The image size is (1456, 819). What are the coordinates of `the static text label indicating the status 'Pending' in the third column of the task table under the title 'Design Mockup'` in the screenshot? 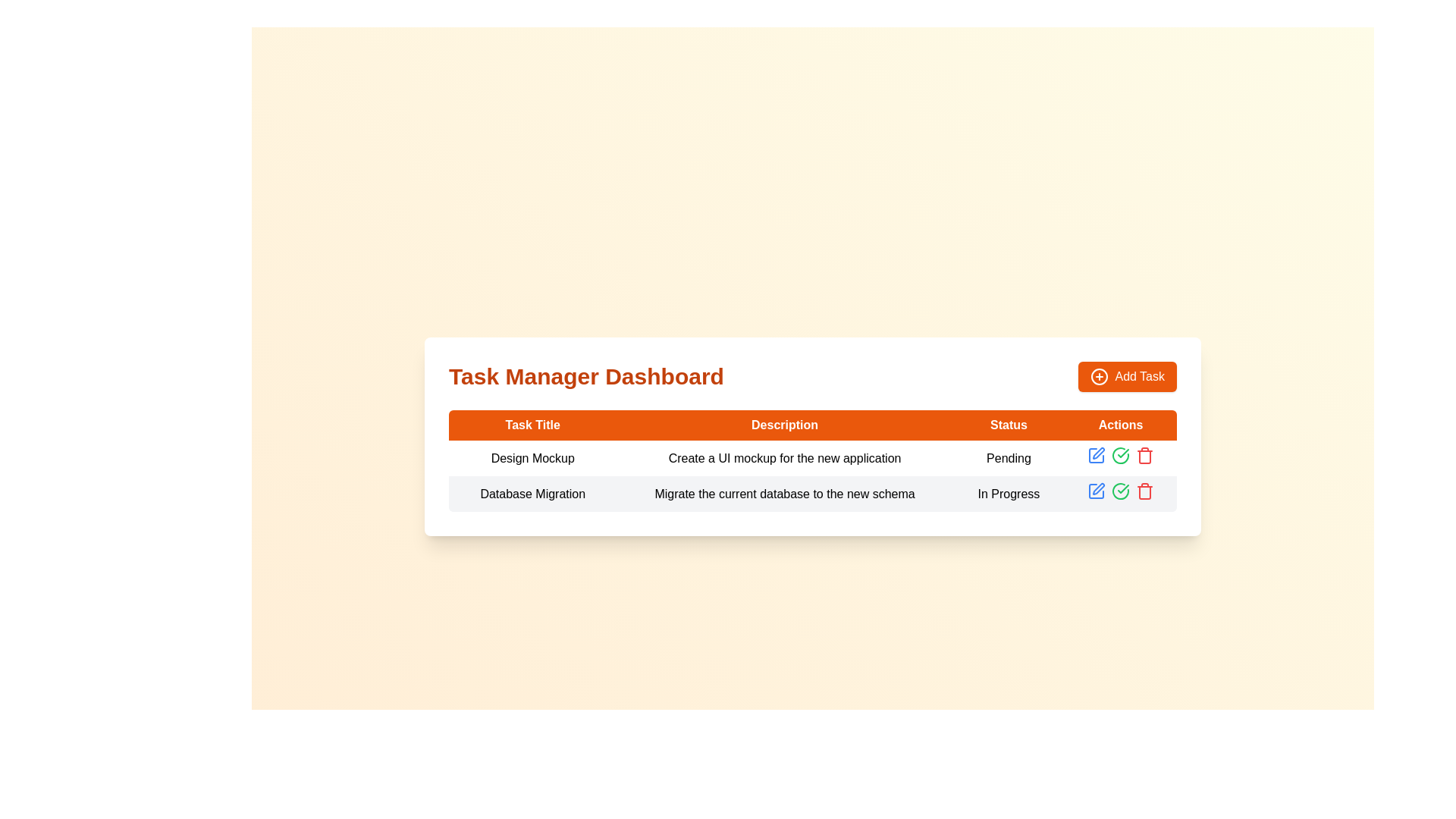 It's located at (1009, 457).